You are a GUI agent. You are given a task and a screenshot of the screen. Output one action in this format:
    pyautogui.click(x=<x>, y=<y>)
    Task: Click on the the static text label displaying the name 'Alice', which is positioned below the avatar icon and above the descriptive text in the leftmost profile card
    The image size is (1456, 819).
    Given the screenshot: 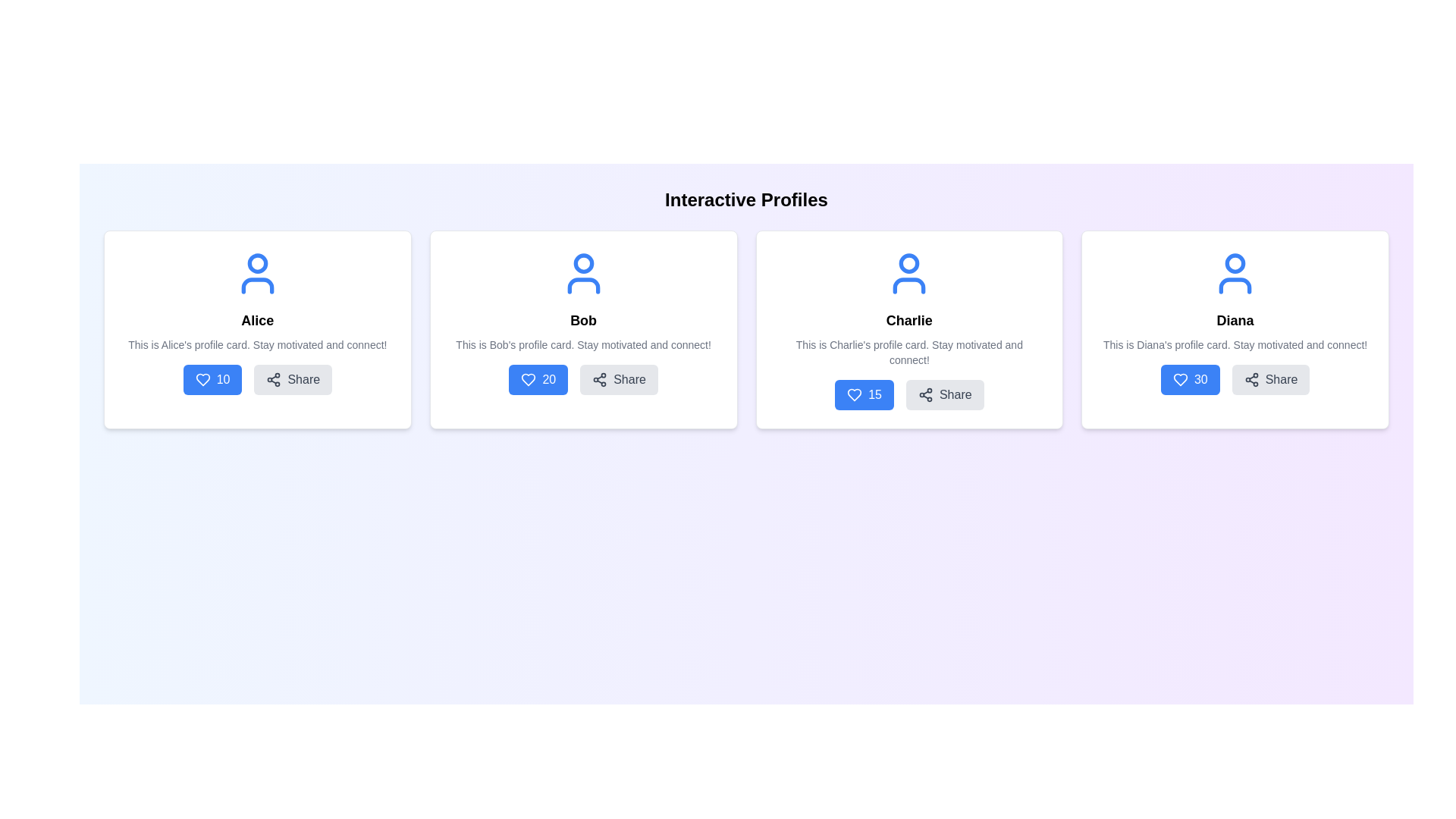 What is the action you would take?
    pyautogui.click(x=257, y=320)
    